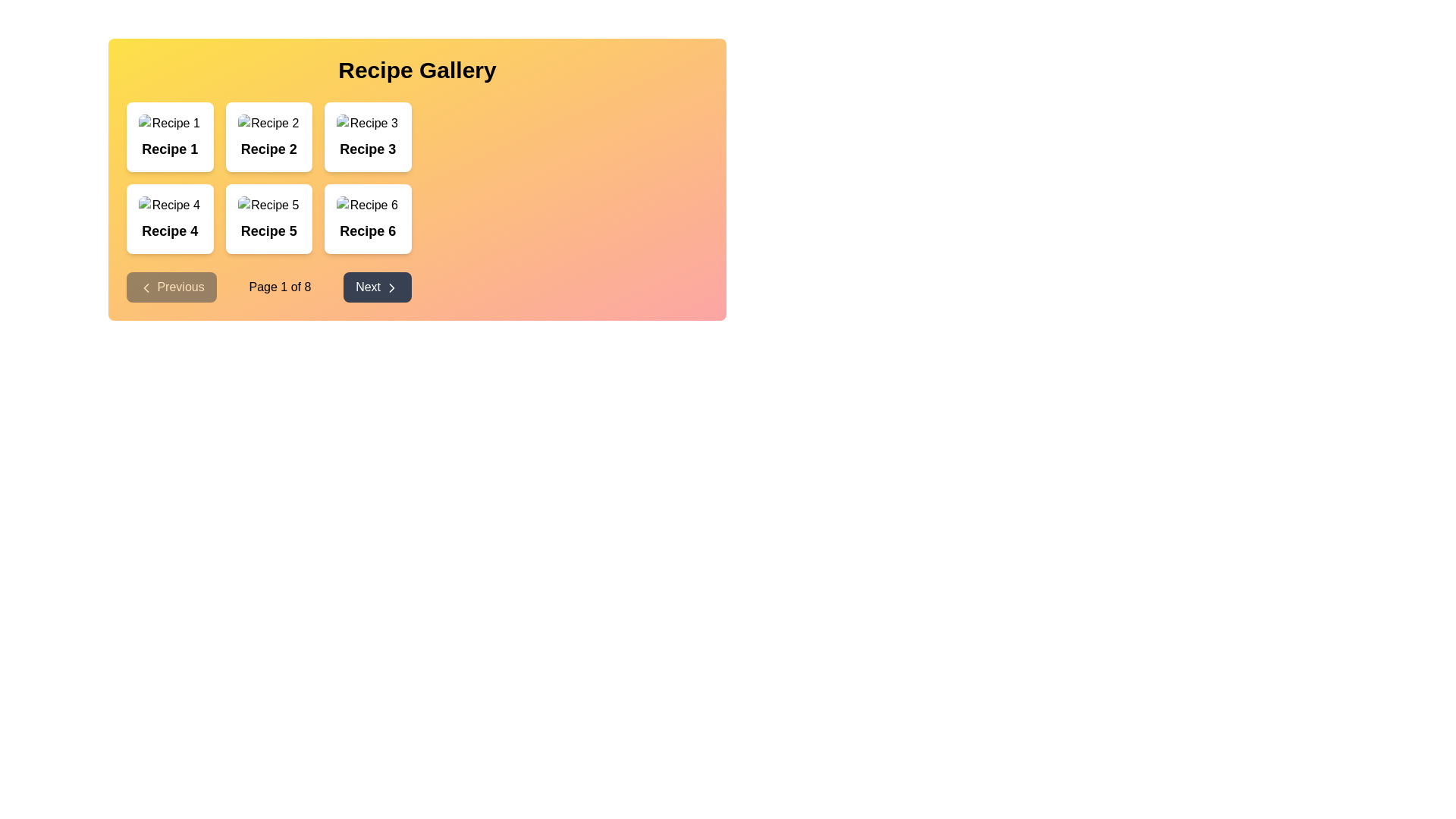 The width and height of the screenshot is (1456, 819). I want to click on the 'Next' icon located inside the dark button at the bottom-right corner of the recipe gallery interface to advance to the next set of items or page, so click(391, 287).